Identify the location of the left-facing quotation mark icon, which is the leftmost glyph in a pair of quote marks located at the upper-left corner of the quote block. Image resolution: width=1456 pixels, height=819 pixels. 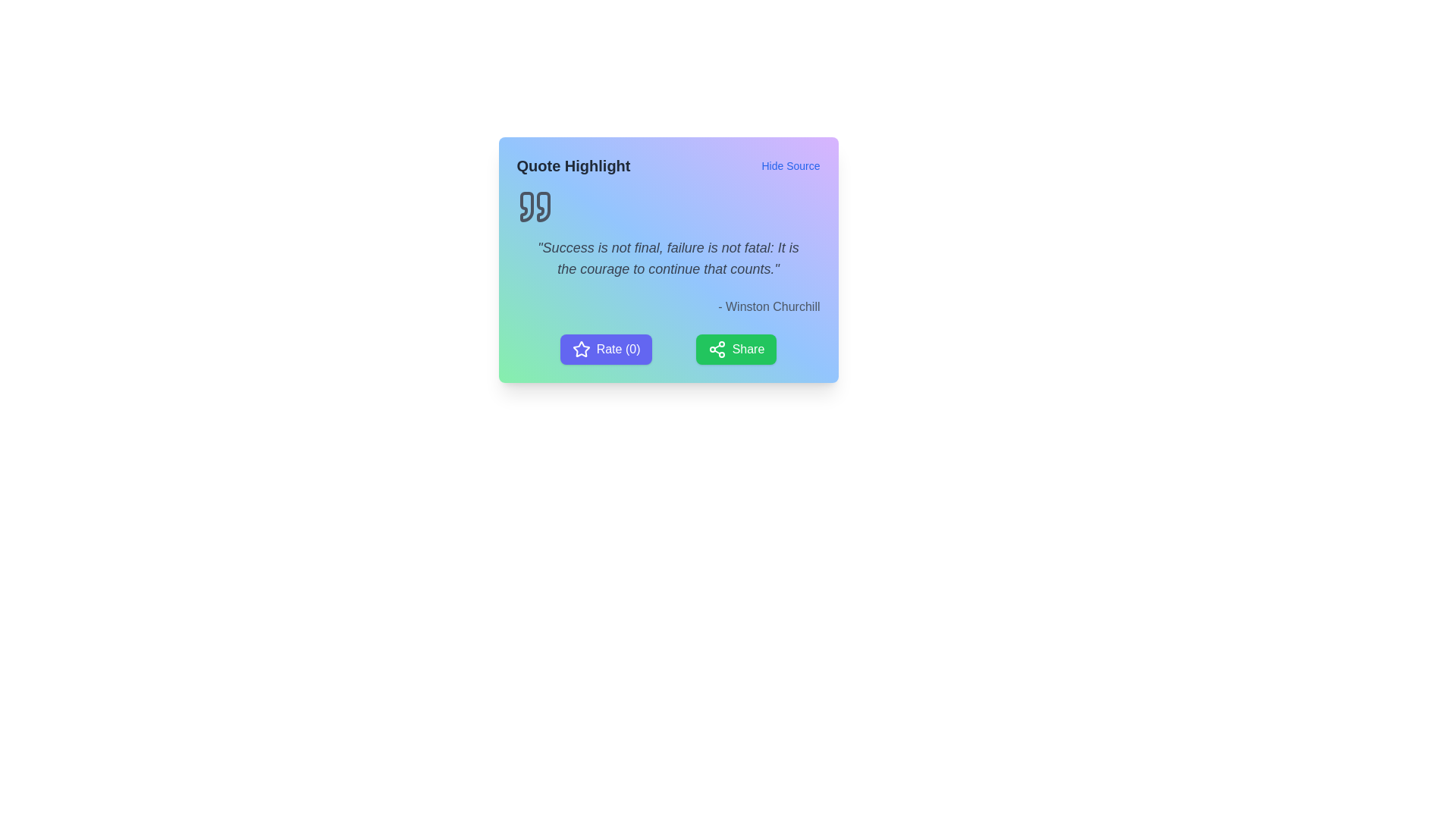
(526, 207).